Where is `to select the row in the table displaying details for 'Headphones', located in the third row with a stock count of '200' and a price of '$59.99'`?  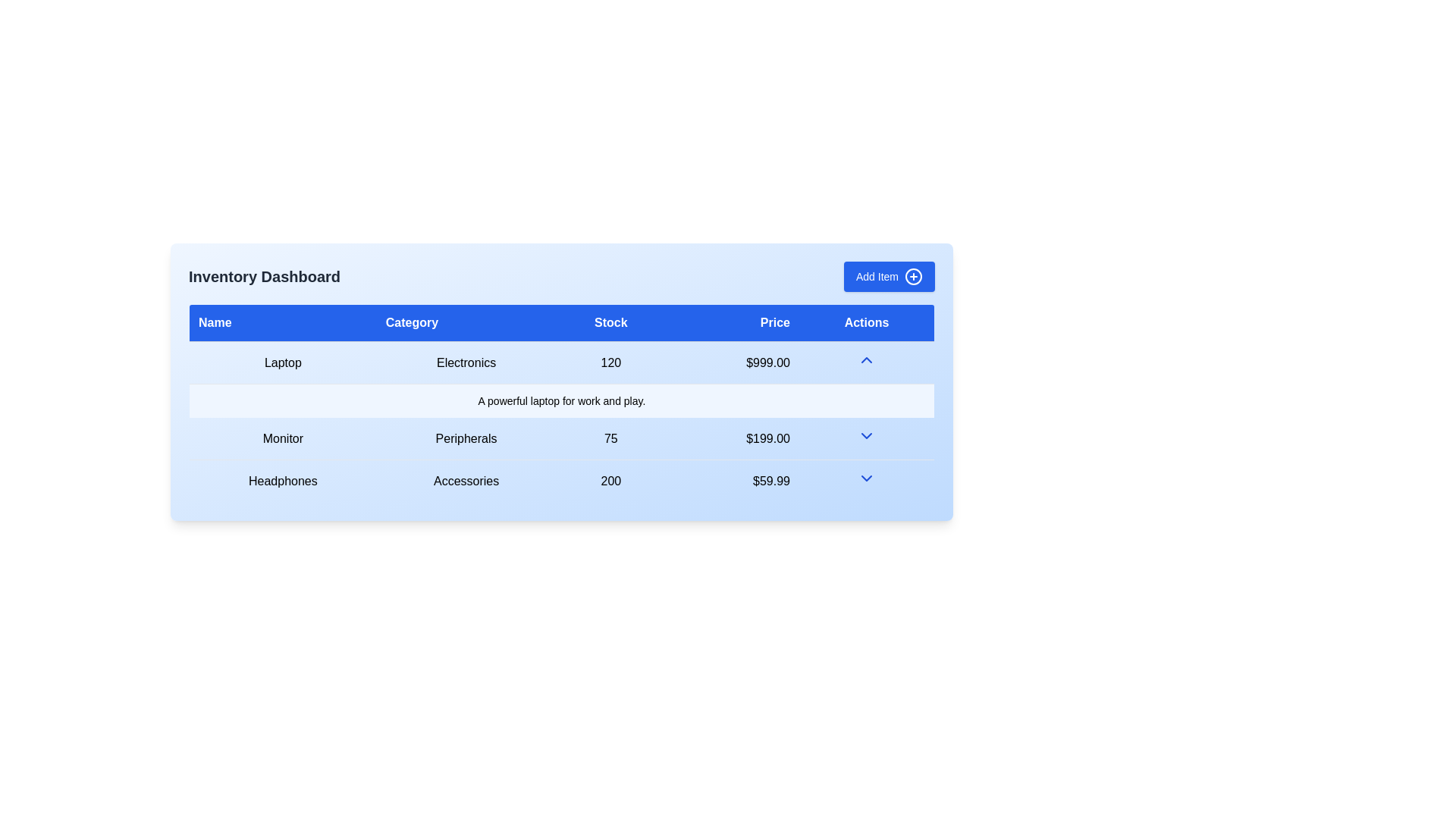 to select the row in the table displaying details for 'Headphones', located in the third row with a stock count of '200' and a price of '$59.99' is located at coordinates (560, 480).